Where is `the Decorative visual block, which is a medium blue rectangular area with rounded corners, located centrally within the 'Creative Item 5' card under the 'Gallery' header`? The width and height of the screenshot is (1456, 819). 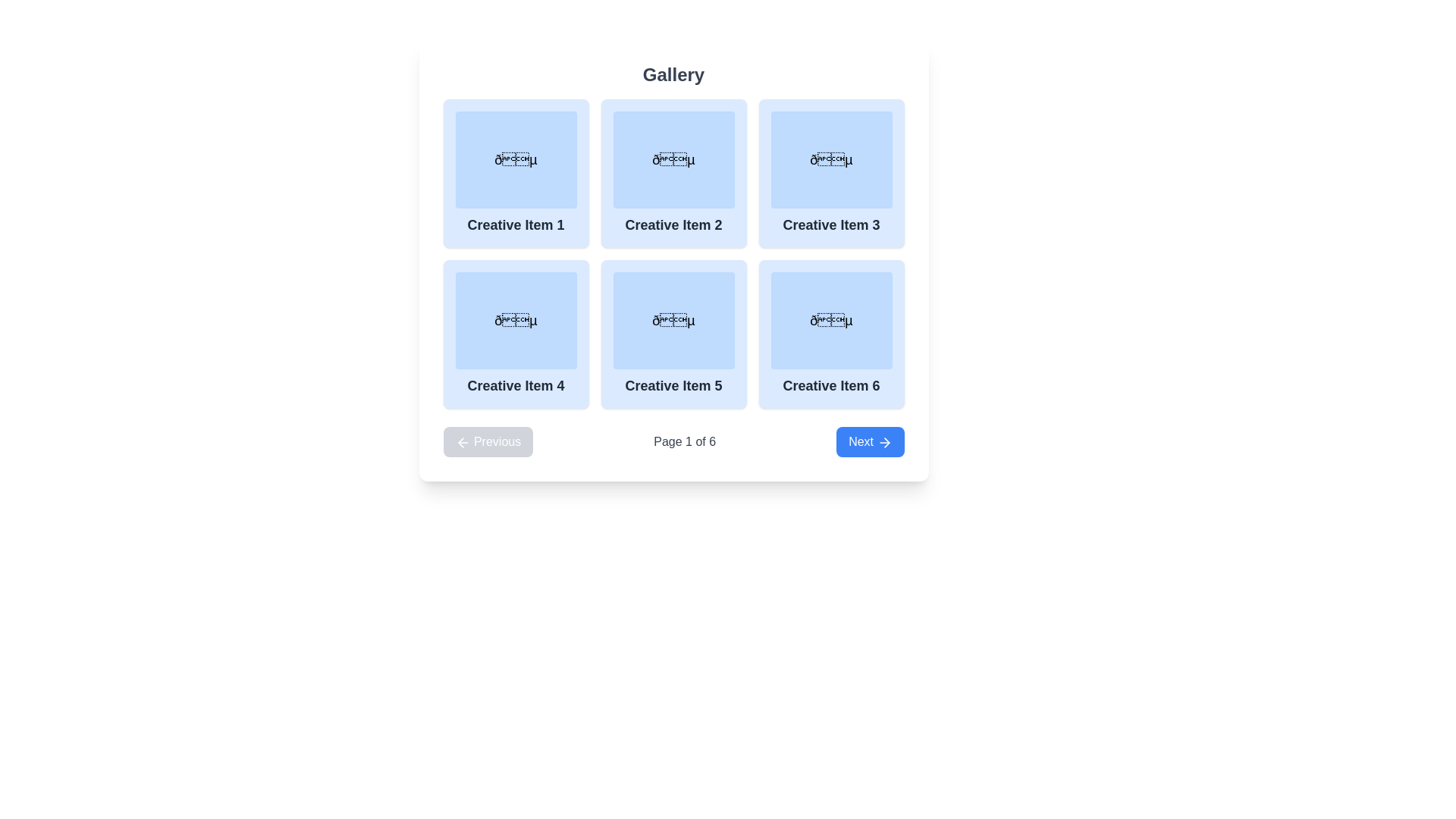 the Decorative visual block, which is a medium blue rectangular area with rounded corners, located centrally within the 'Creative Item 5' card under the 'Gallery' header is located at coordinates (673, 320).